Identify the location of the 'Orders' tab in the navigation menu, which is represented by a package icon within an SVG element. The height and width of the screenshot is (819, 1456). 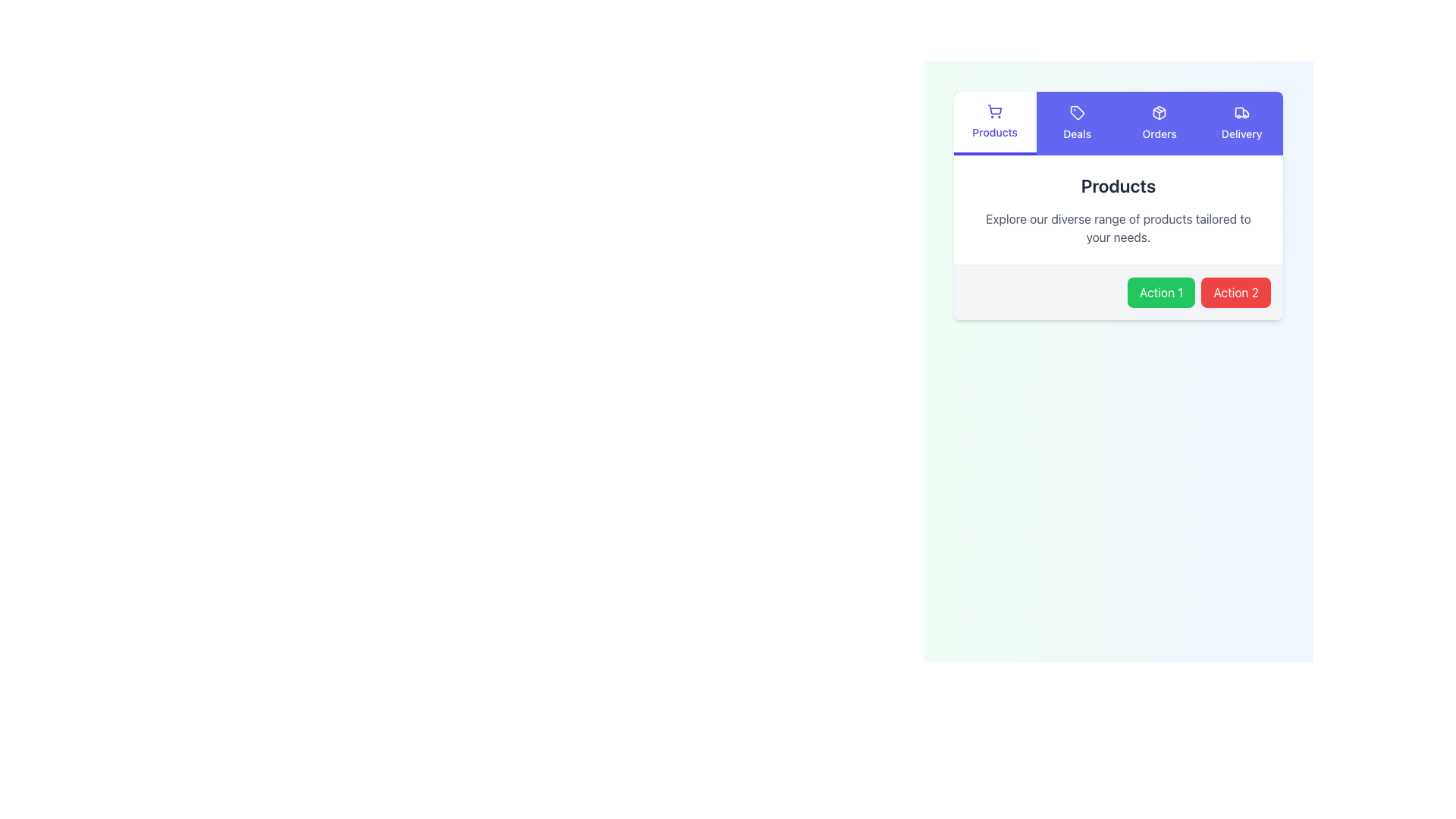
(1159, 112).